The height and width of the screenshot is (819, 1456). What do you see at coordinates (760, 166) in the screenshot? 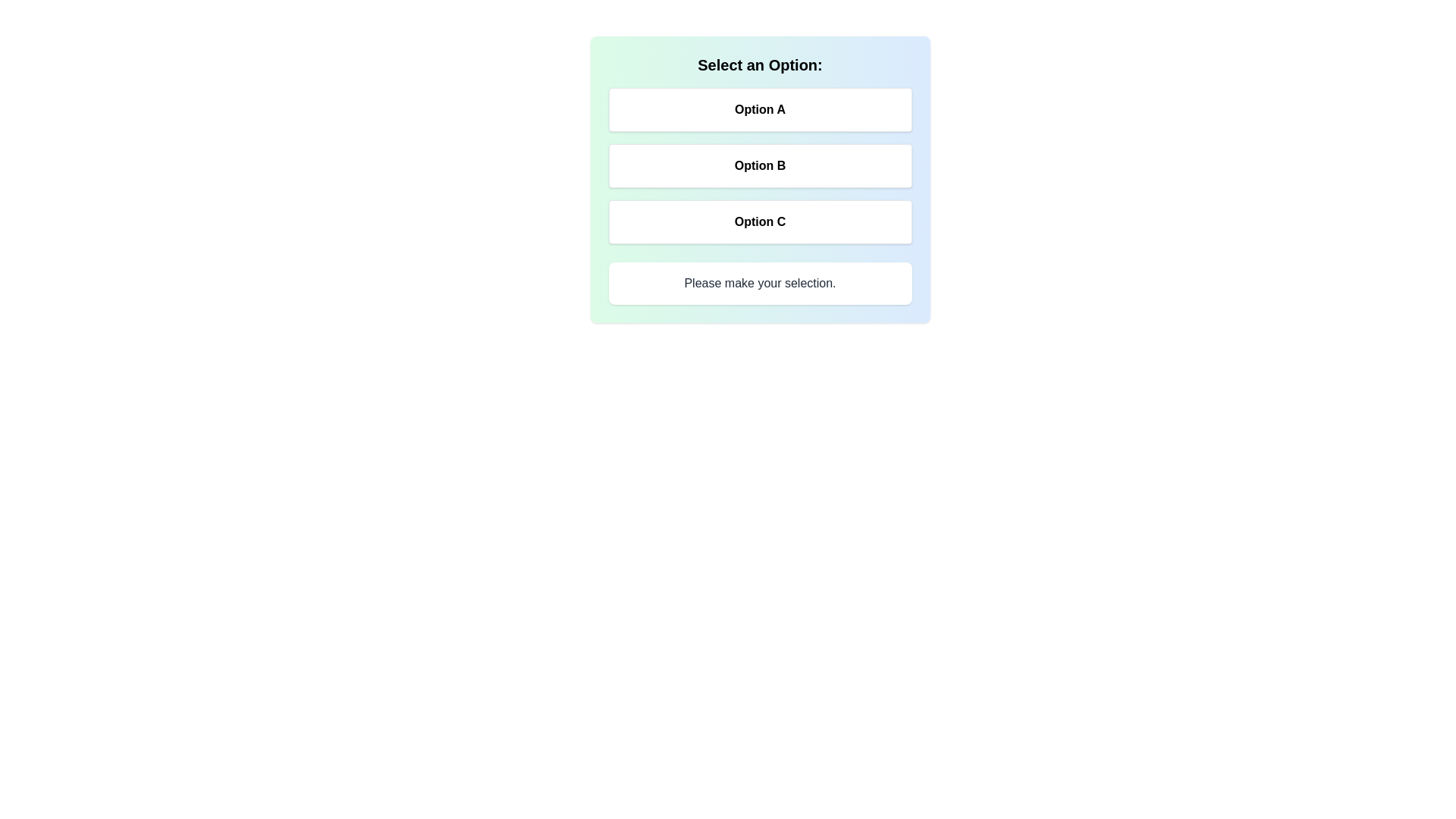
I see `the selectable item block located beneath the 'Select an Option:' heading to observe any hover effects` at bounding box center [760, 166].